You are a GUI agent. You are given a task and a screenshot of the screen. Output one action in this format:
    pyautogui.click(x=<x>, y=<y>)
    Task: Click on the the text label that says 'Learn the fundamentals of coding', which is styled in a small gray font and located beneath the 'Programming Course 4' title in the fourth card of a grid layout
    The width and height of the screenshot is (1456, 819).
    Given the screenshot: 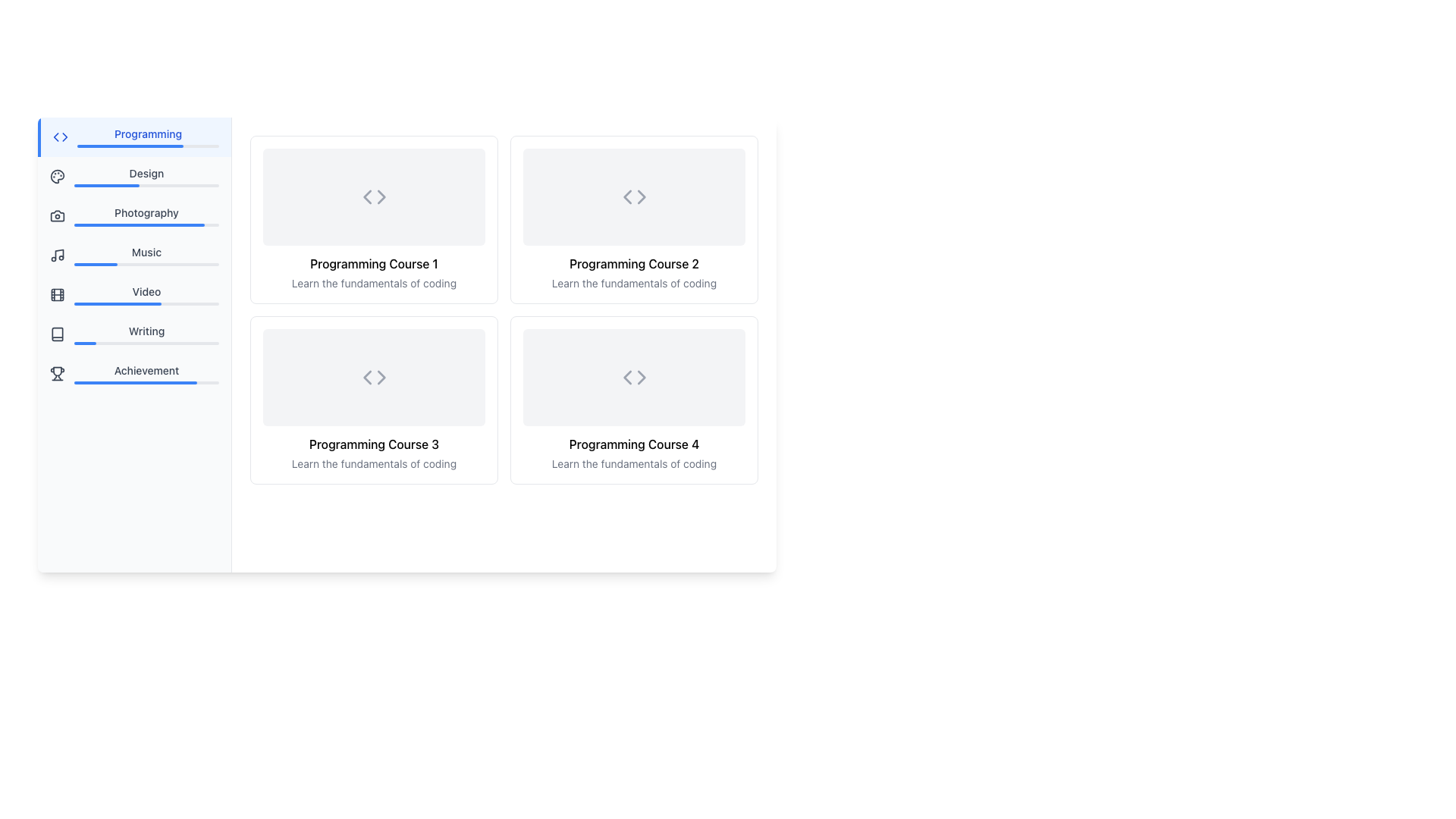 What is the action you would take?
    pyautogui.click(x=634, y=463)
    